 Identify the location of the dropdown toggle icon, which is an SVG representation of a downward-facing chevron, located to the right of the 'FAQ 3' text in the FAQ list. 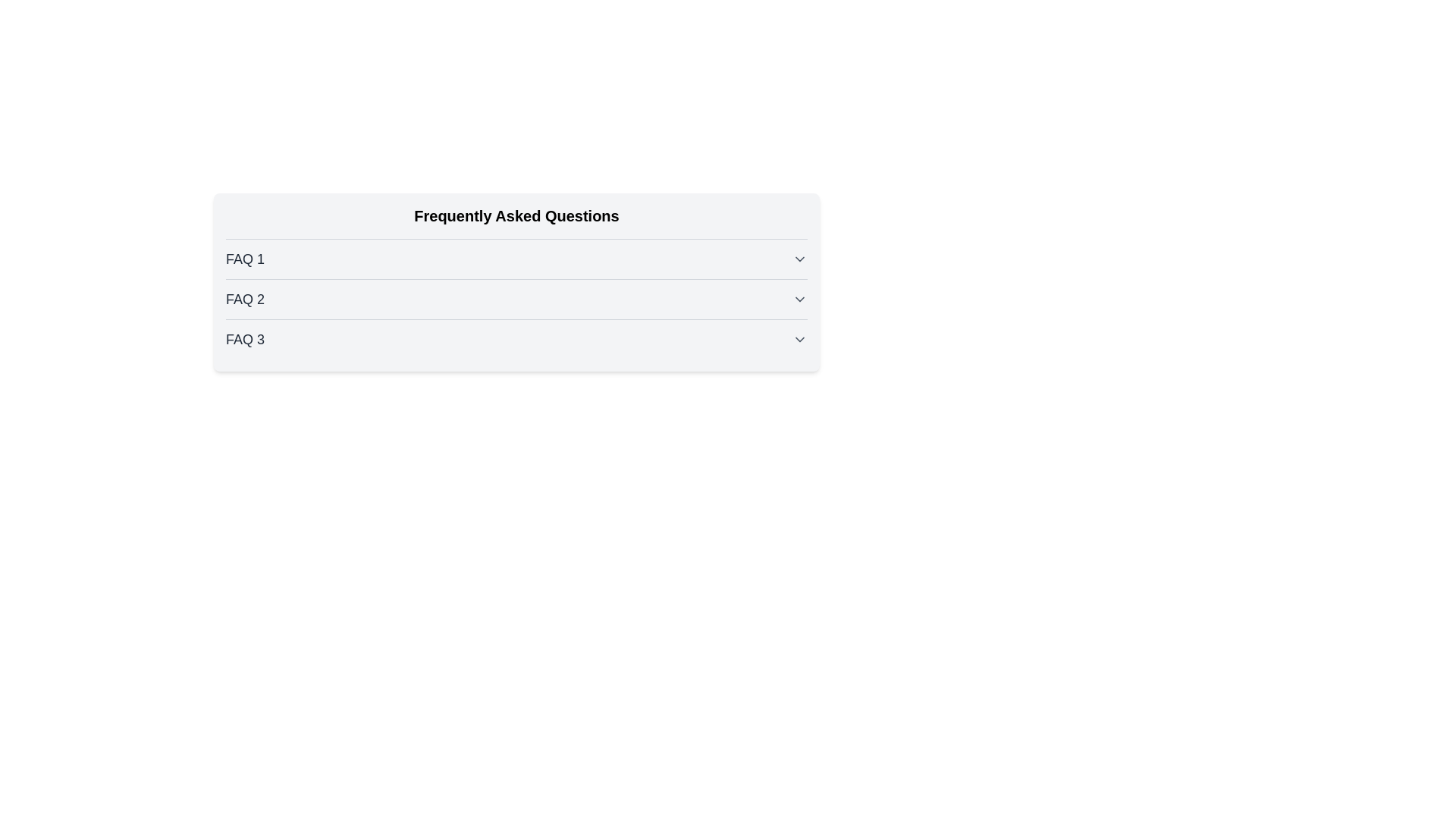
(799, 338).